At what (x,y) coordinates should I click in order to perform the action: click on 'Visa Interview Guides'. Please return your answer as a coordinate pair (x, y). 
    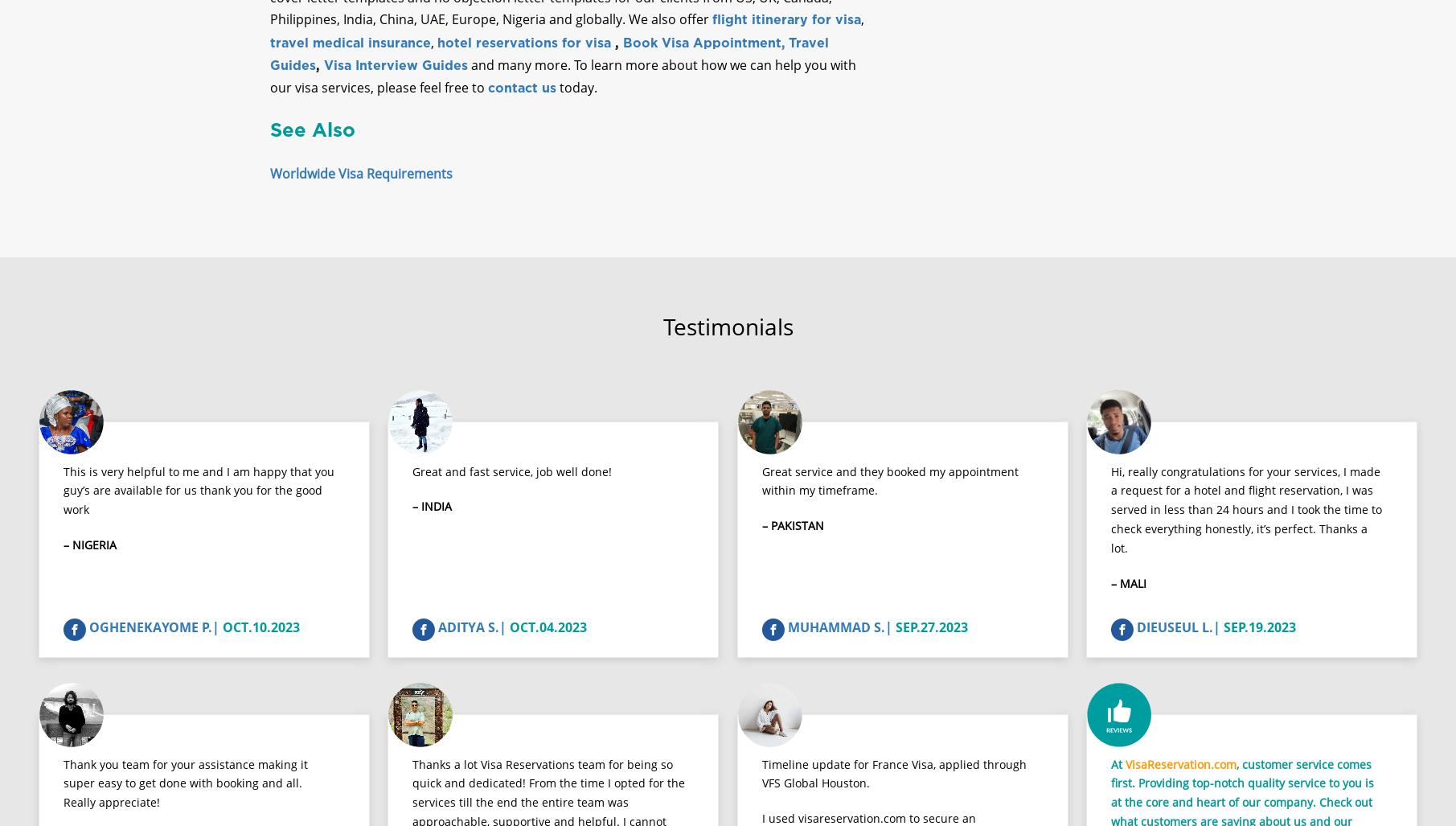
    Looking at the image, I should click on (322, 78).